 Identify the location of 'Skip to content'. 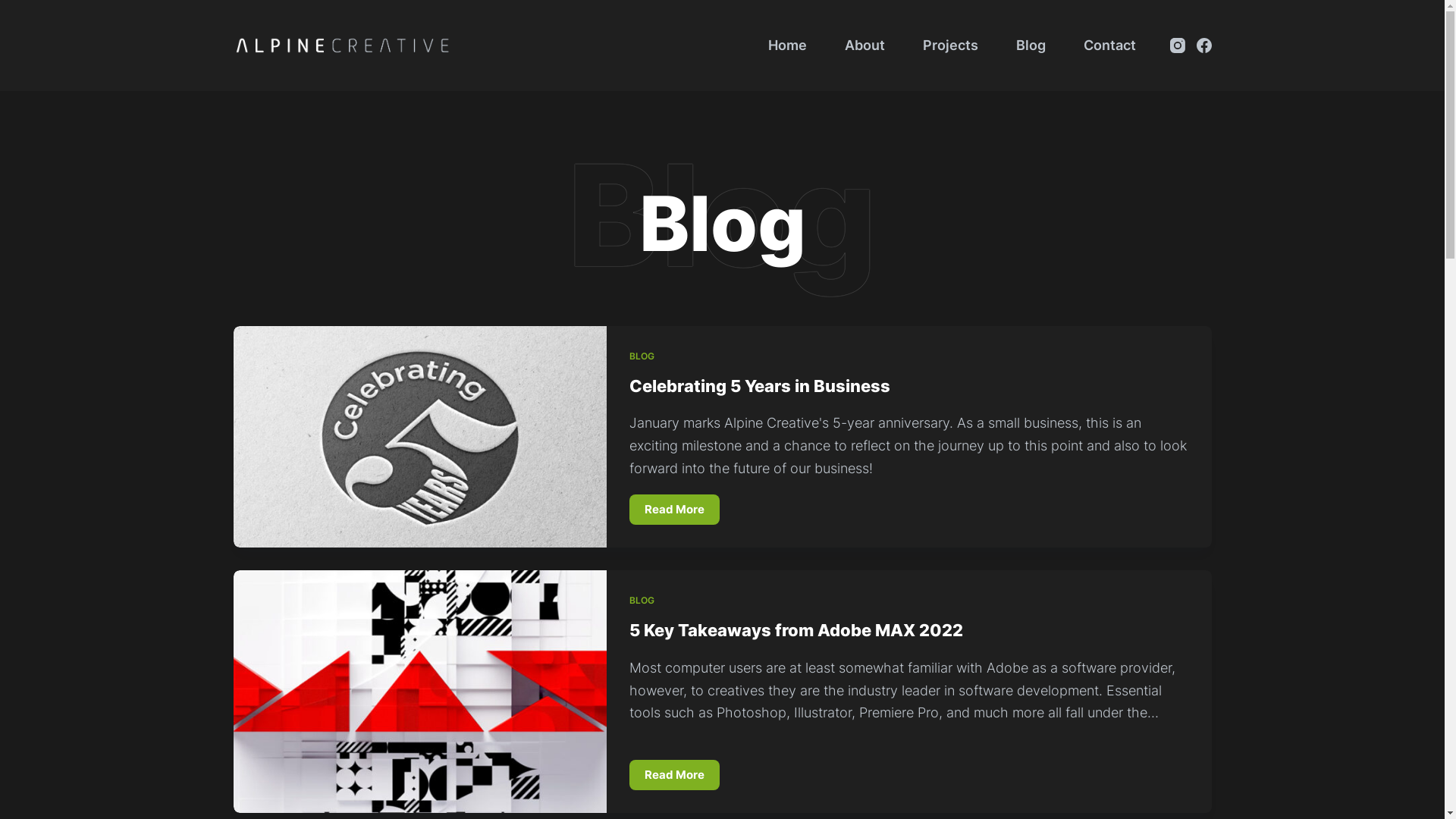
(0, 8).